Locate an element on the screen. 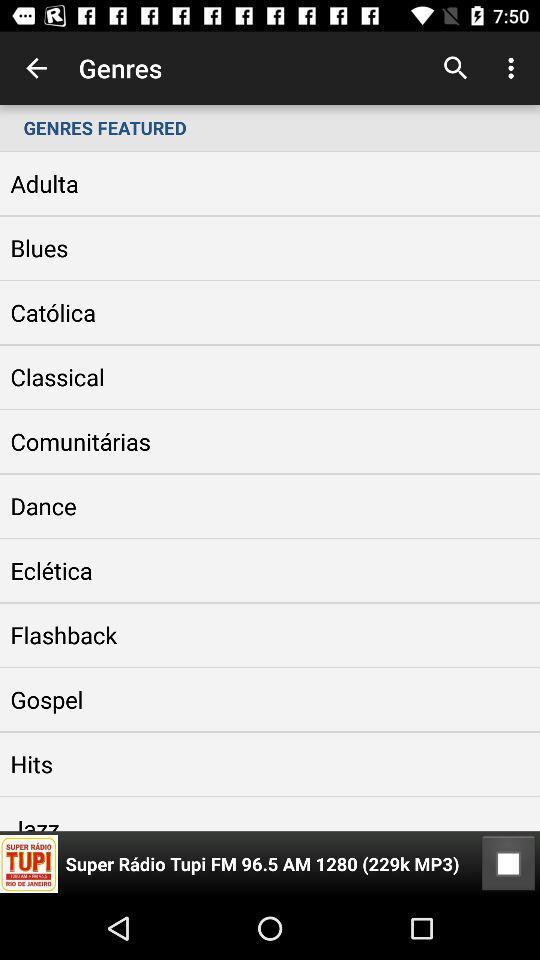 The image size is (540, 960). the app to the left of the genres icon is located at coordinates (36, 68).